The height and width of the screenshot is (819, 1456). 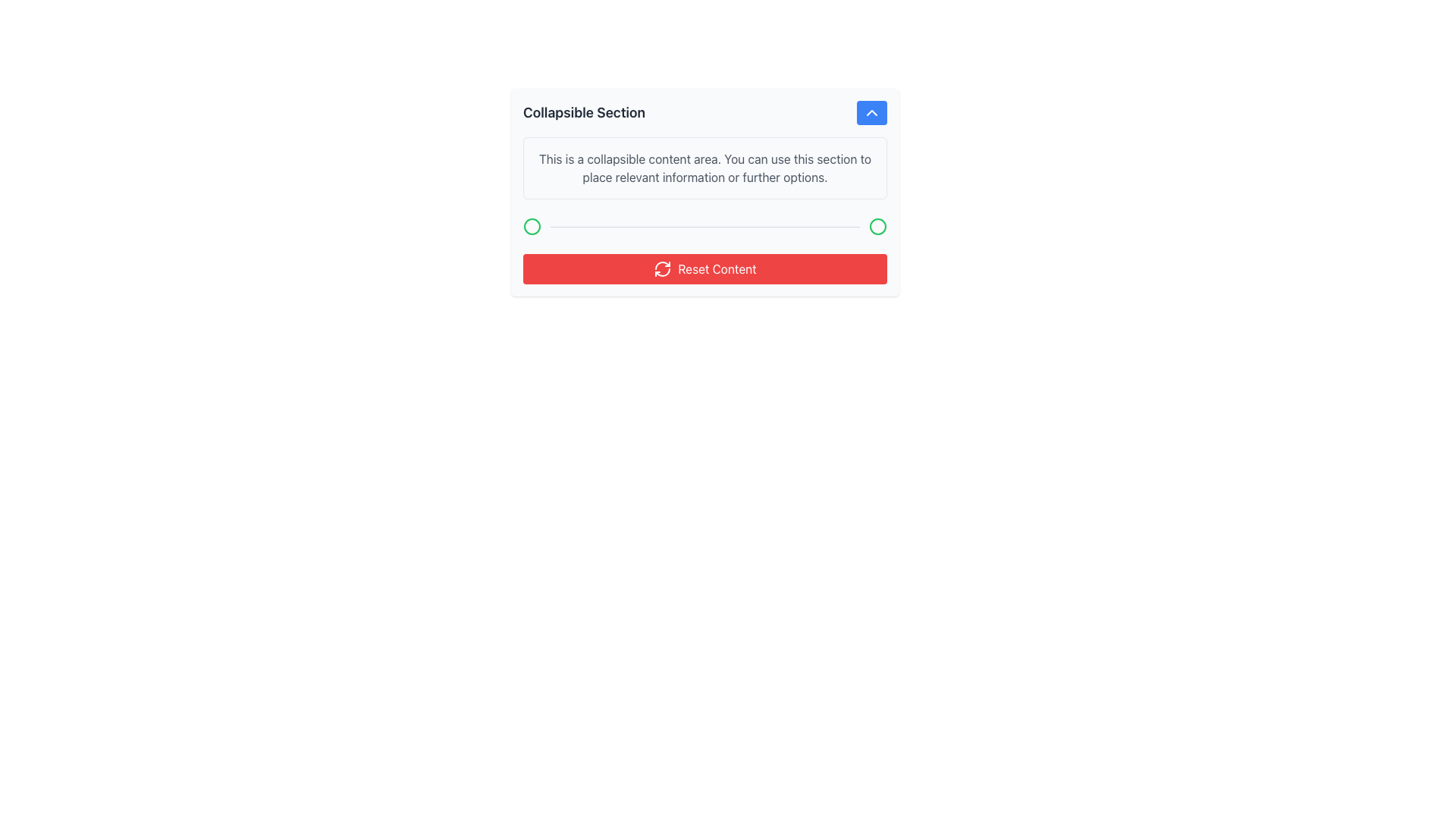 What do you see at coordinates (704, 227) in the screenshot?
I see `the visual separator or progress bar located in the lower portion of the collapsible section, directly above the red 'Reset Content' button` at bounding box center [704, 227].